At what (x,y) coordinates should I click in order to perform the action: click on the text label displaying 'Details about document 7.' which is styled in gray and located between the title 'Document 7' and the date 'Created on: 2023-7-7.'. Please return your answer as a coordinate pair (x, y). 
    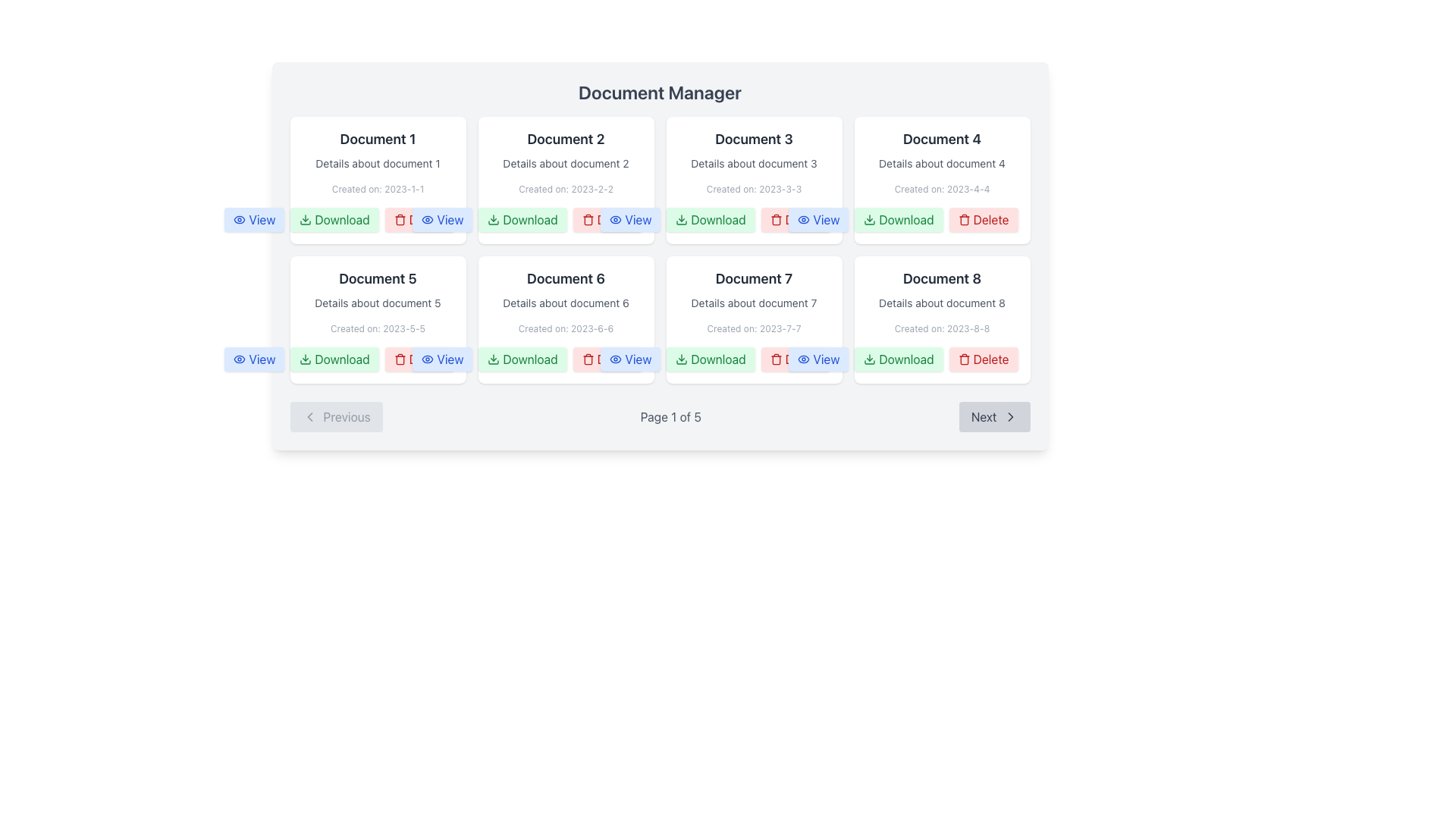
    Looking at the image, I should click on (754, 303).